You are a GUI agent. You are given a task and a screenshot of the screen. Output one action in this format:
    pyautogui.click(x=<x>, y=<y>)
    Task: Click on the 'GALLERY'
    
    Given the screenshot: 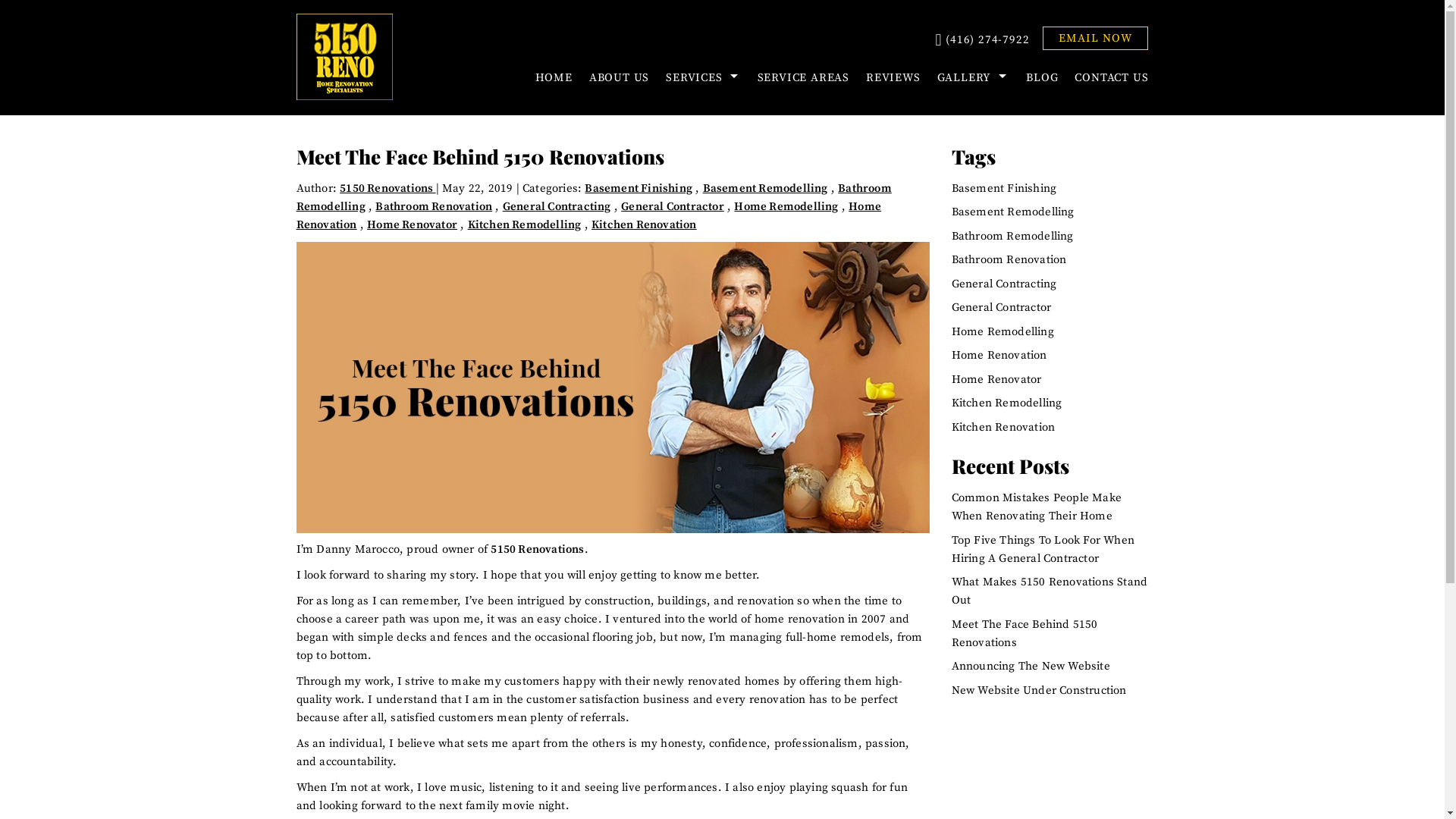 What is the action you would take?
    pyautogui.click(x=973, y=77)
    